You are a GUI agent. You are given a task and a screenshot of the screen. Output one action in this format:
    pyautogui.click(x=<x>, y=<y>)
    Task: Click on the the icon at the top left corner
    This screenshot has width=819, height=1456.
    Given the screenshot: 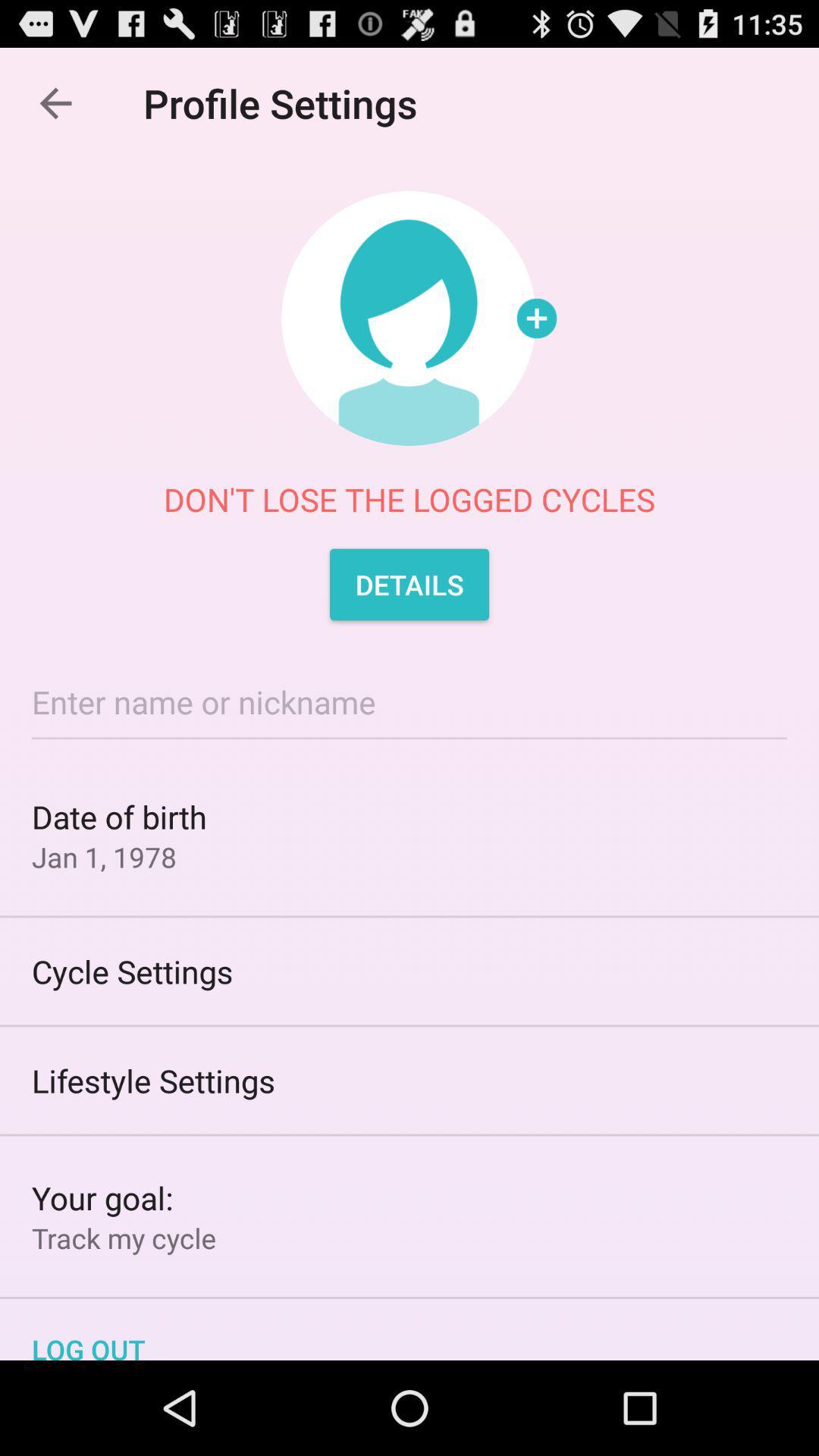 What is the action you would take?
    pyautogui.click(x=55, y=102)
    